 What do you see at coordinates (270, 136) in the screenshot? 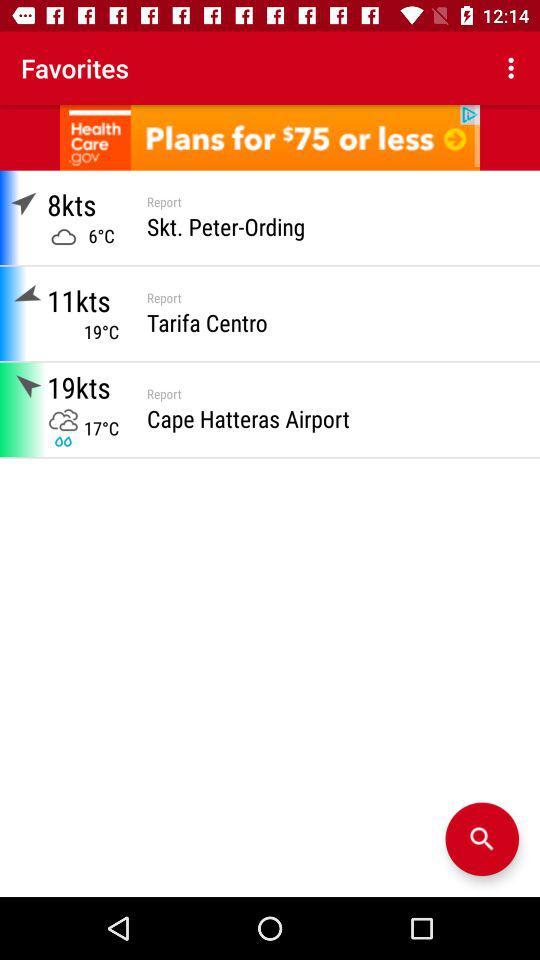
I see `this advertisement` at bounding box center [270, 136].